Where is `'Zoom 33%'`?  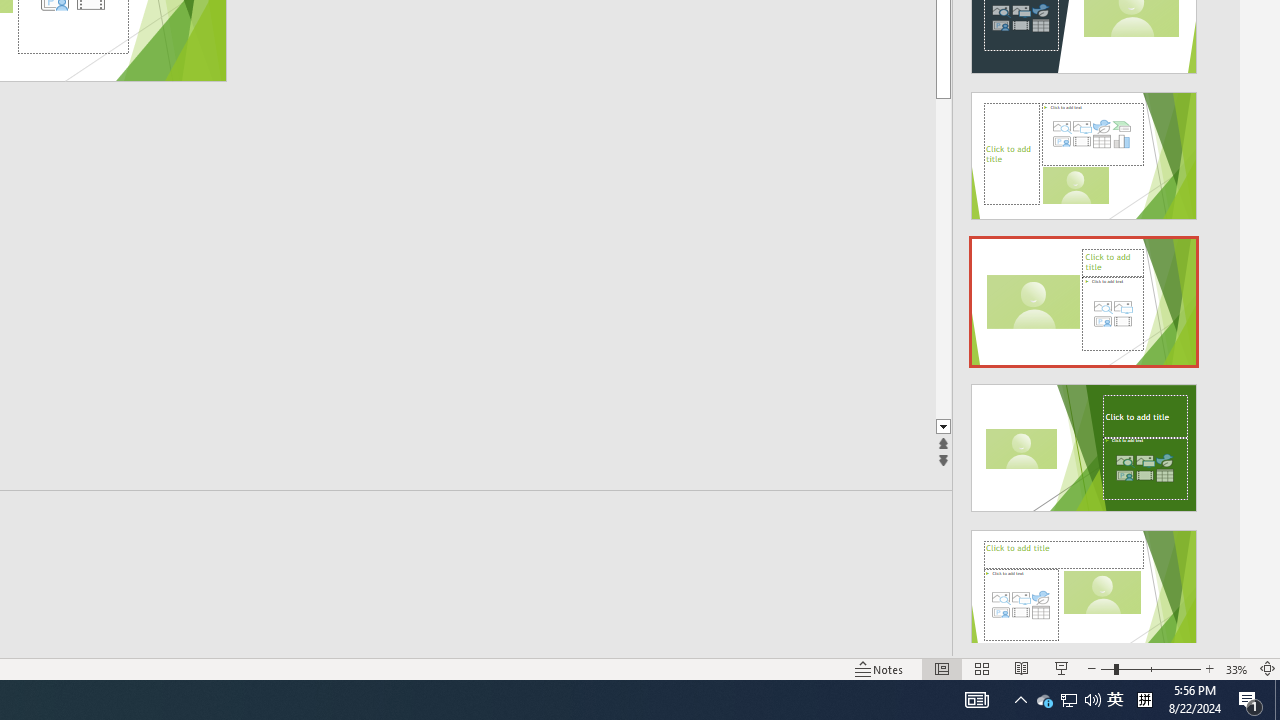 'Zoom 33%' is located at coordinates (1236, 669).